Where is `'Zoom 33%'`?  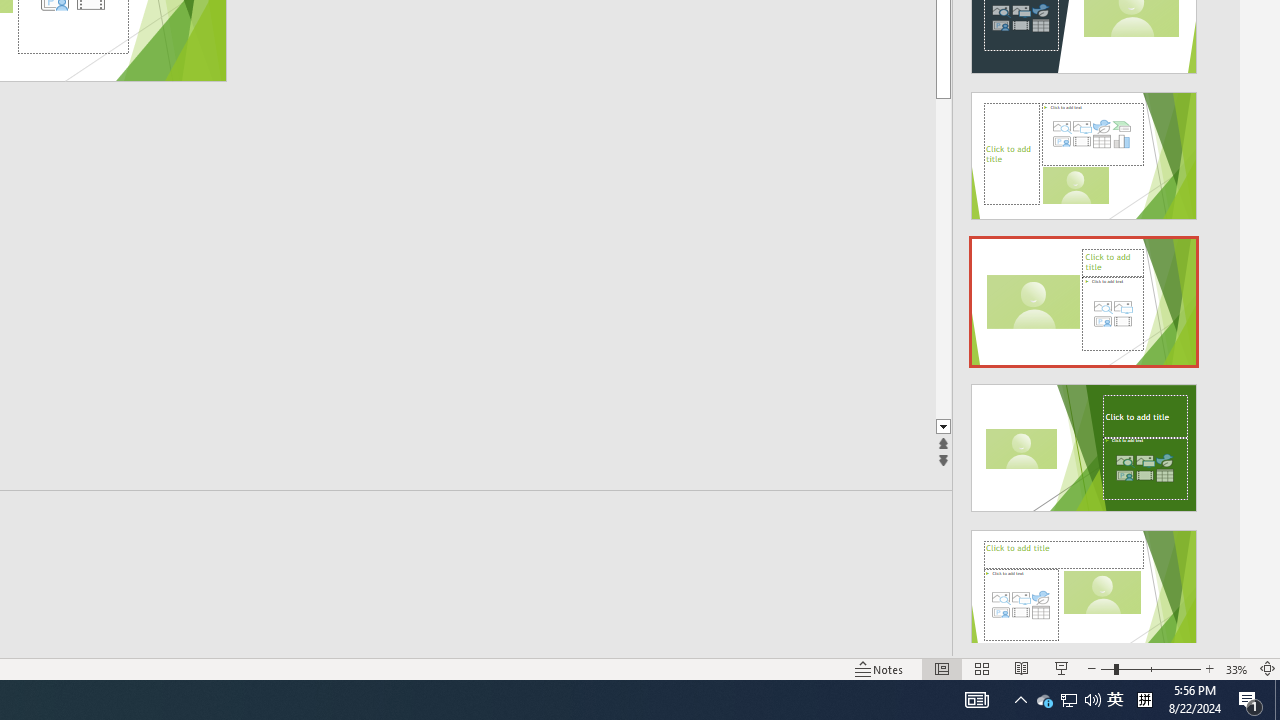 'Zoom 33%' is located at coordinates (1236, 669).